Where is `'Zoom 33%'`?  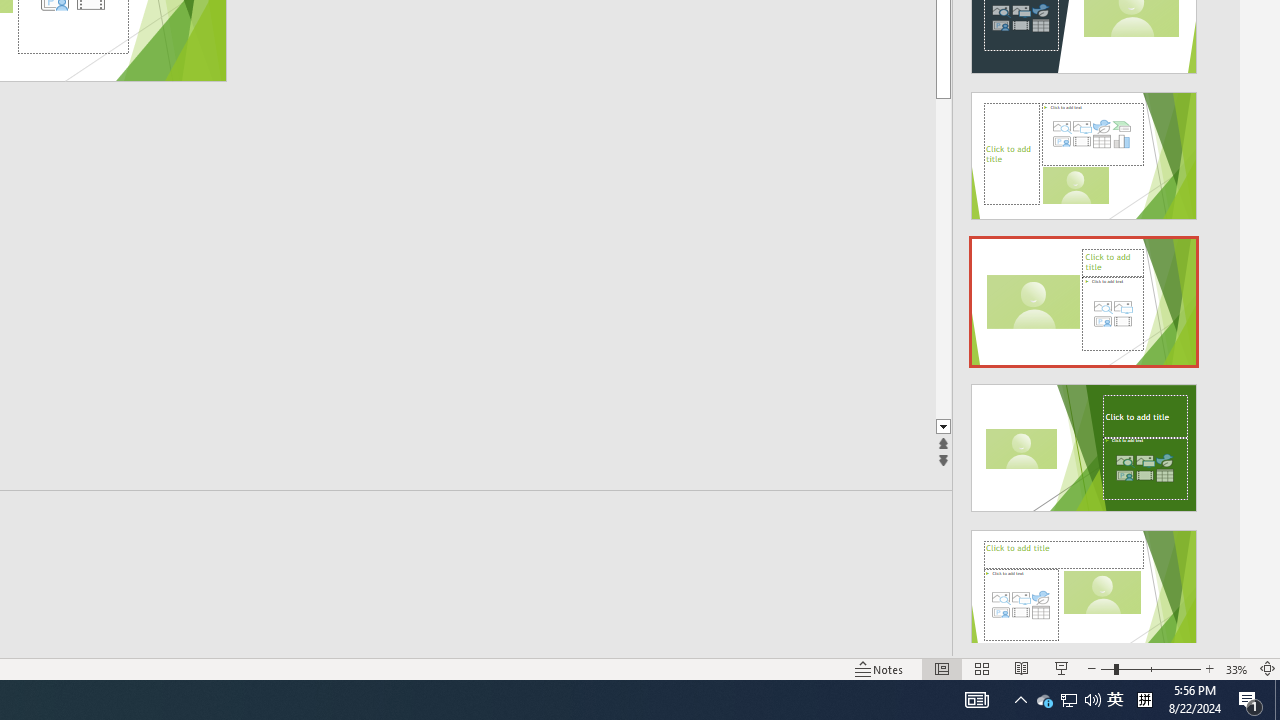 'Zoom 33%' is located at coordinates (1236, 669).